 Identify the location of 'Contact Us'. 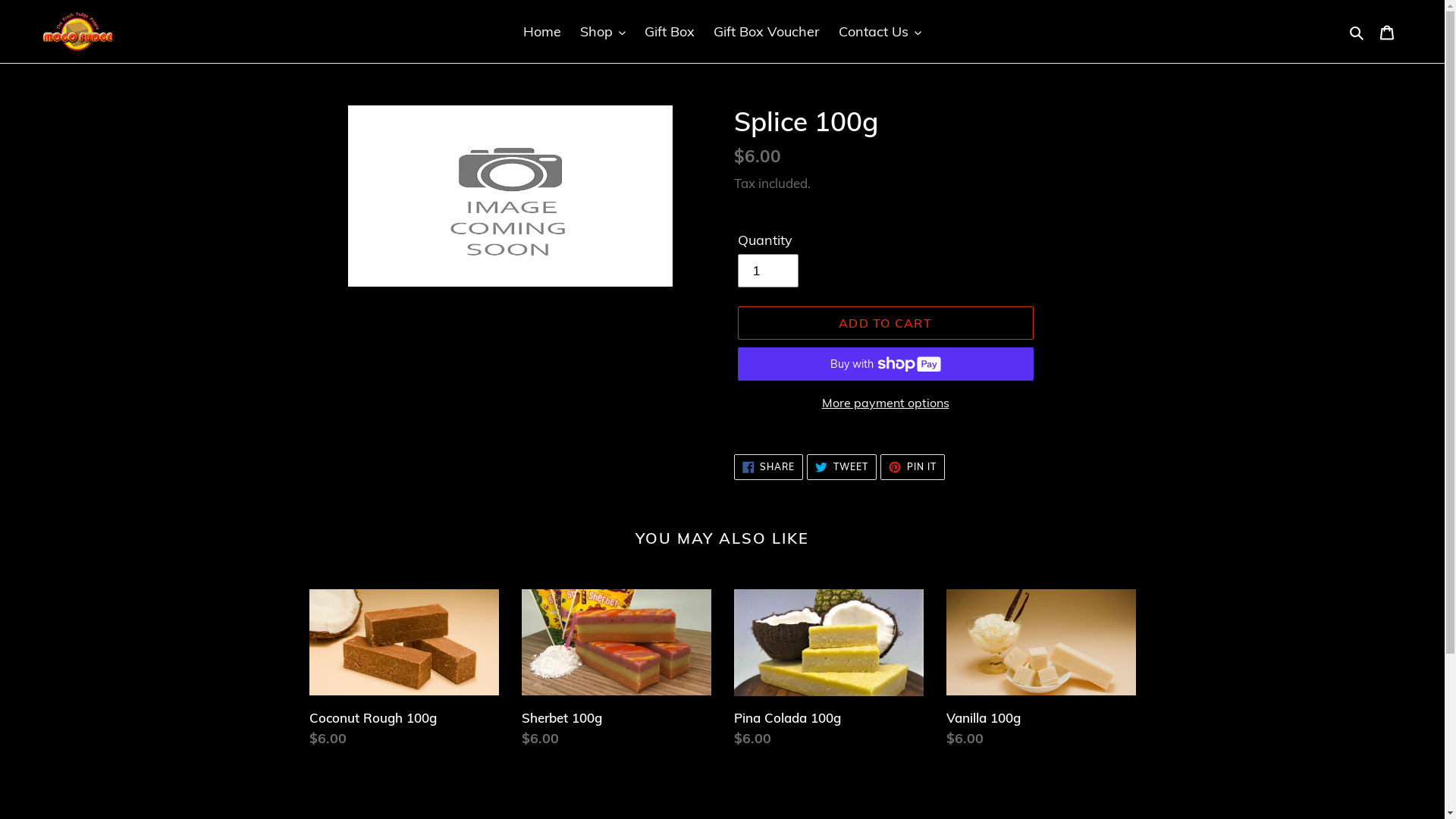
(830, 31).